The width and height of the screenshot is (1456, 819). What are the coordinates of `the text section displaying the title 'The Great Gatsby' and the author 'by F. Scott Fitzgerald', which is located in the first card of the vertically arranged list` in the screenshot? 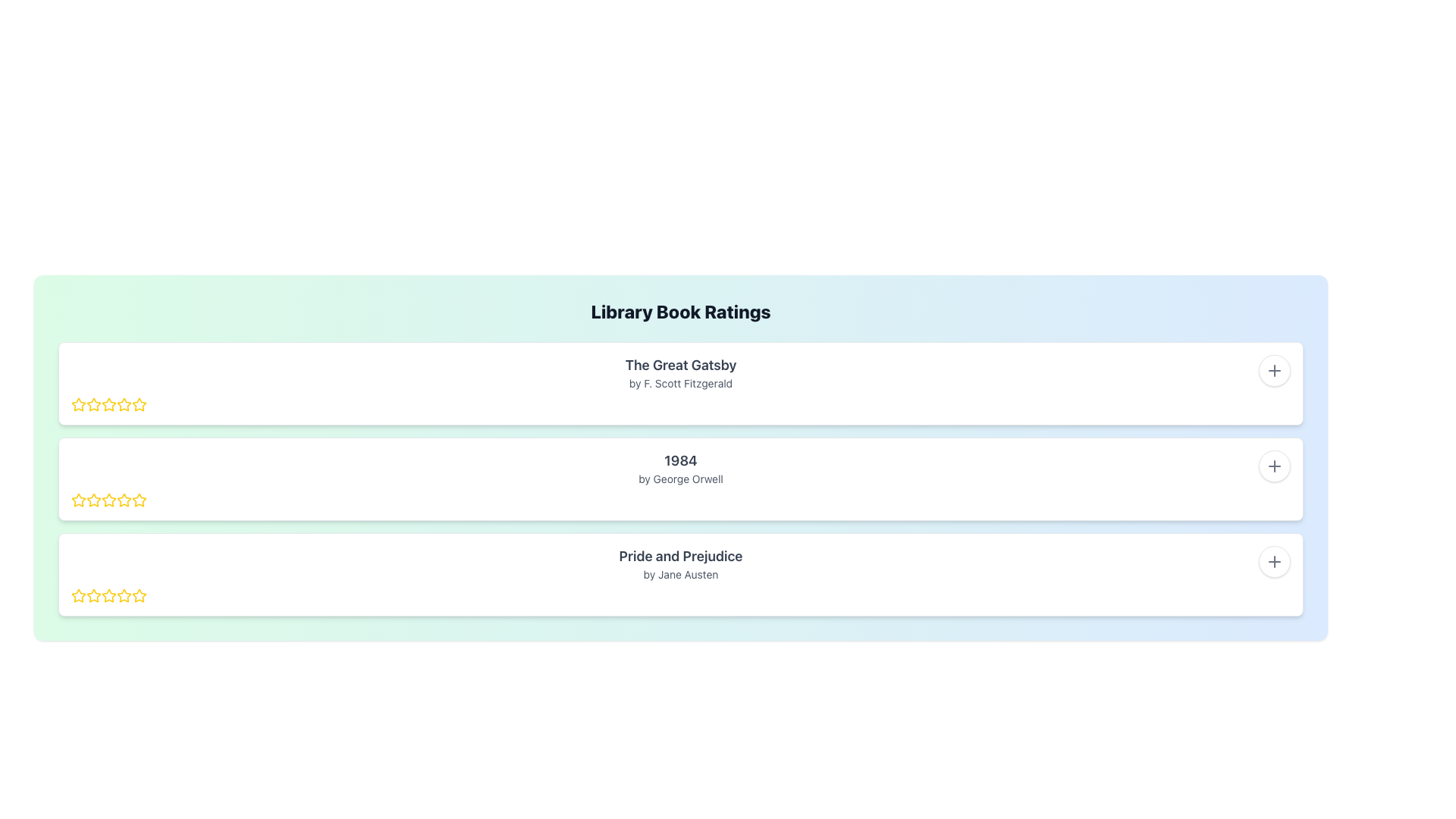 It's located at (679, 382).